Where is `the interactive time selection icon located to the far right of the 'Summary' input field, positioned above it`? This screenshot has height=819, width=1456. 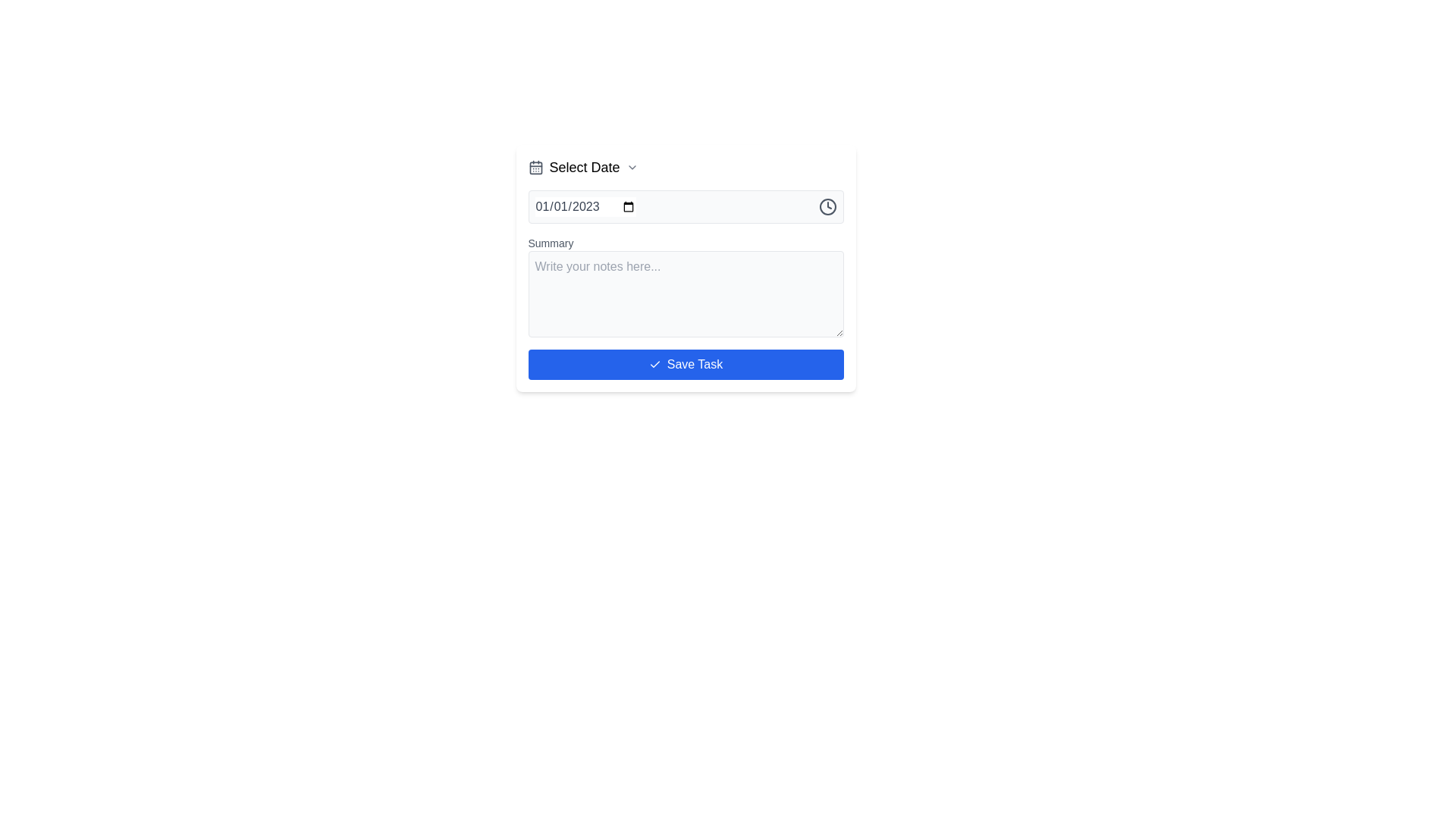
the interactive time selection icon located to the far right of the 'Summary' input field, positioned above it is located at coordinates (827, 207).